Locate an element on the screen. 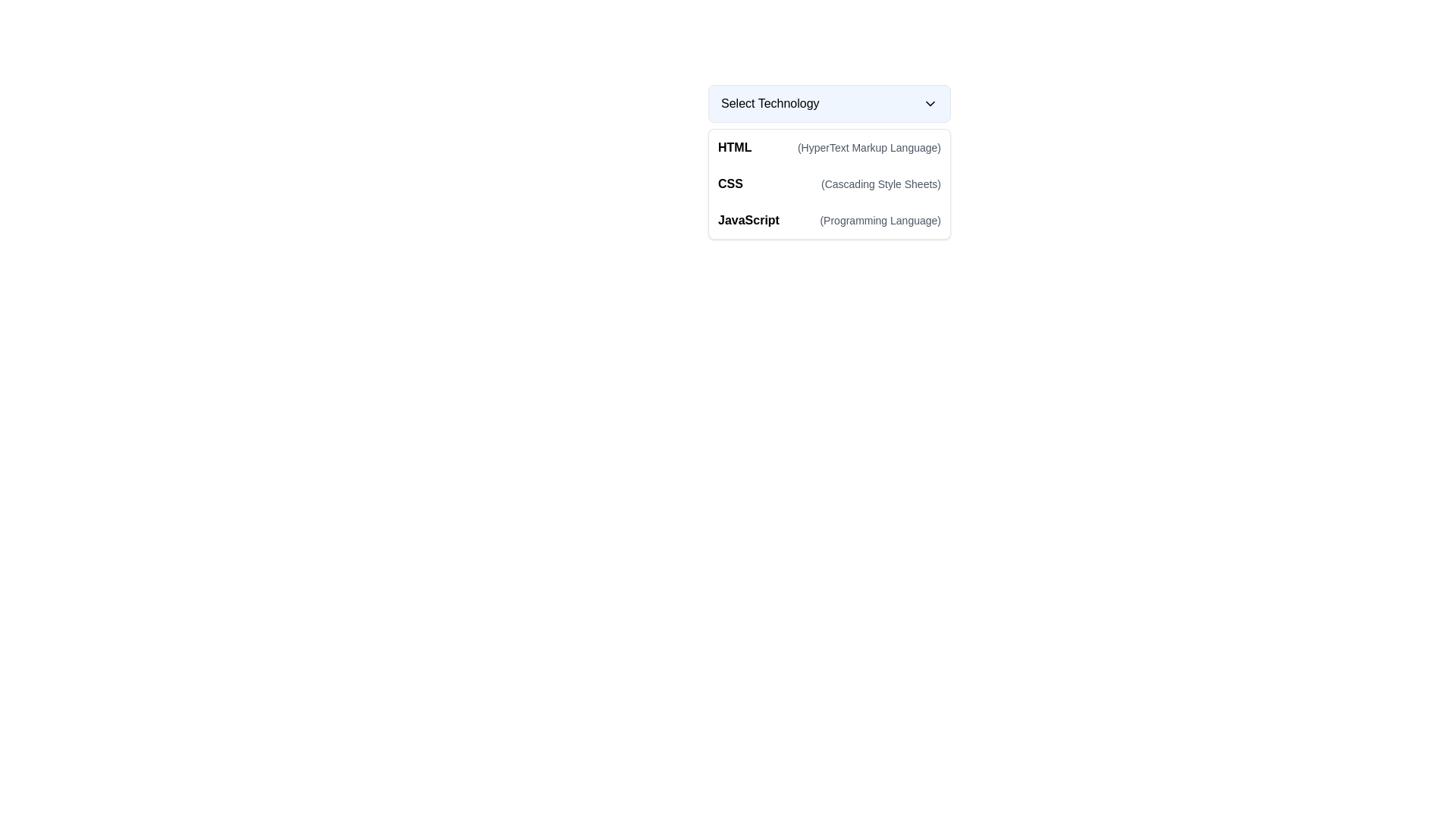  the text label representing '(HyperText Markup Language)' which is styled in gray and aligned to the right of 'HTML' is located at coordinates (869, 148).